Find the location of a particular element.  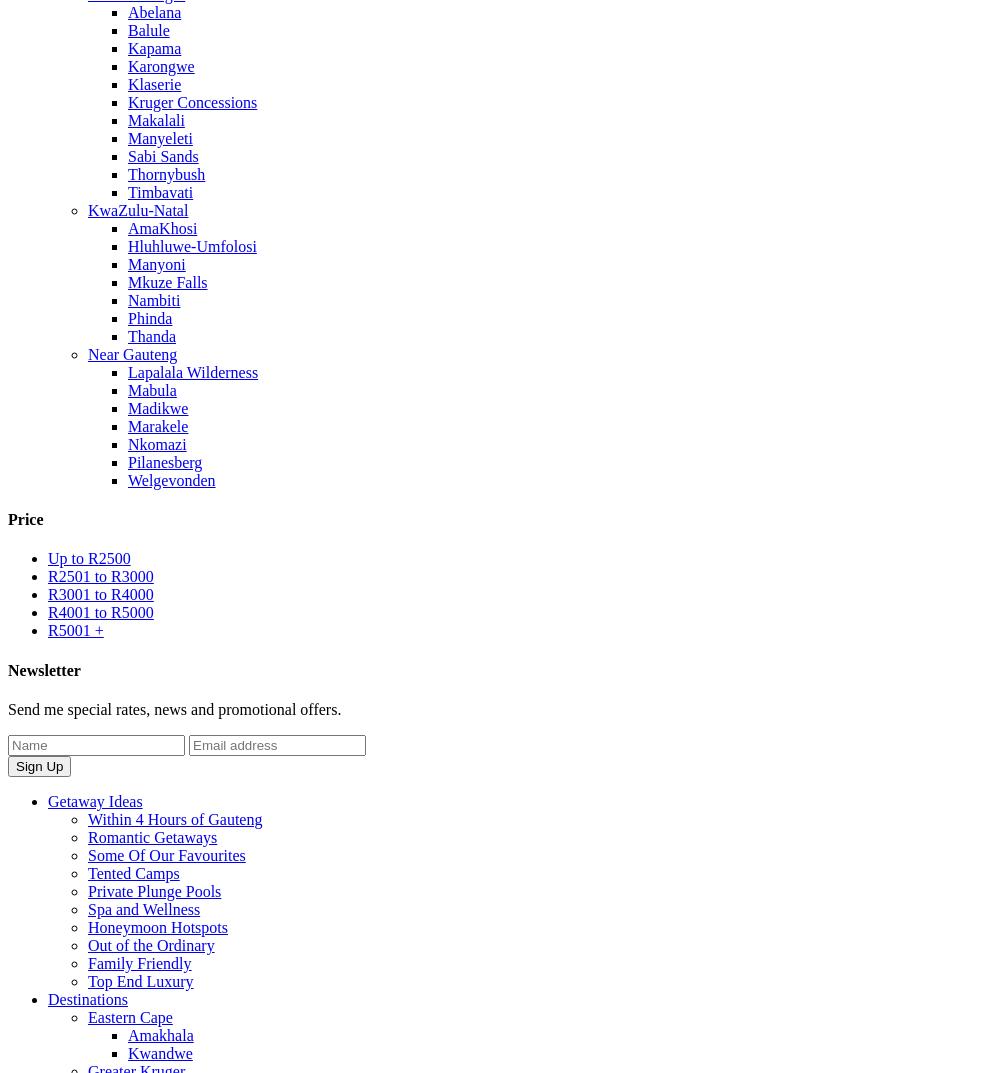

'Makalali' is located at coordinates (154, 119).